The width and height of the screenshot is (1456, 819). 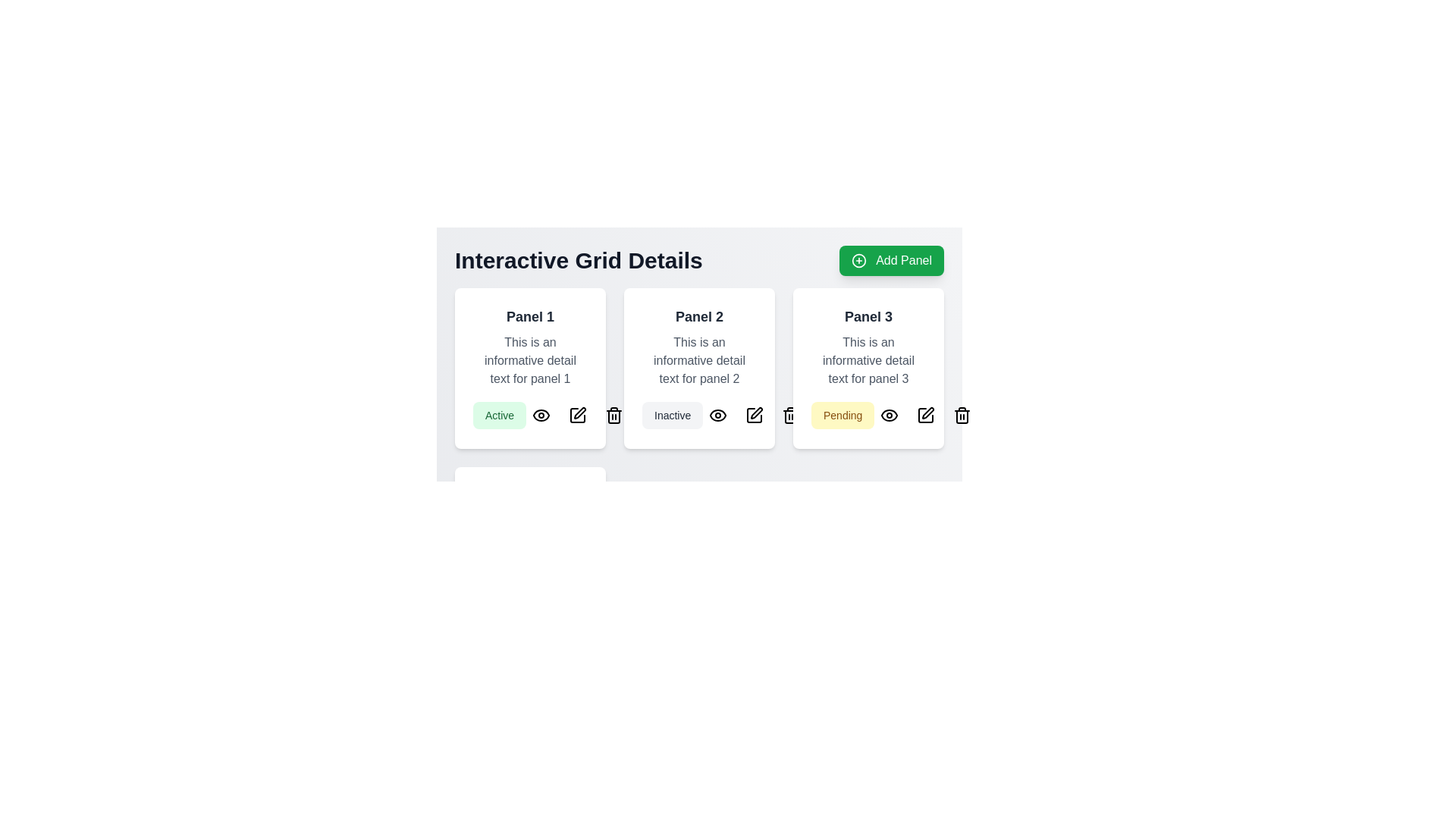 What do you see at coordinates (698, 315) in the screenshot?
I see `text of the title label located at the top of the middle panel of the interface, which identifies the corresponding section or unit` at bounding box center [698, 315].